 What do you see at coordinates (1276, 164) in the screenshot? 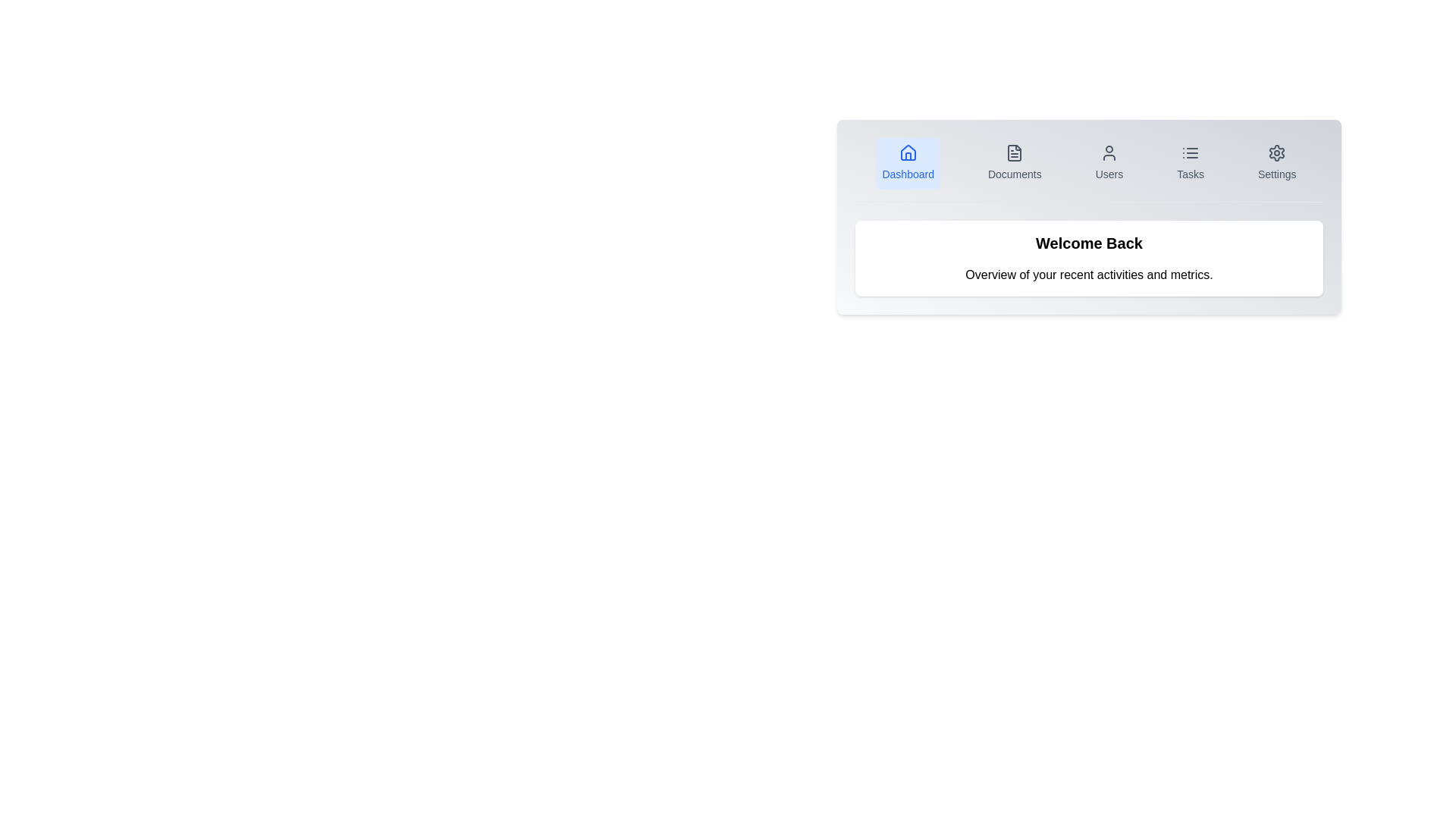
I see `the settings button located` at bounding box center [1276, 164].